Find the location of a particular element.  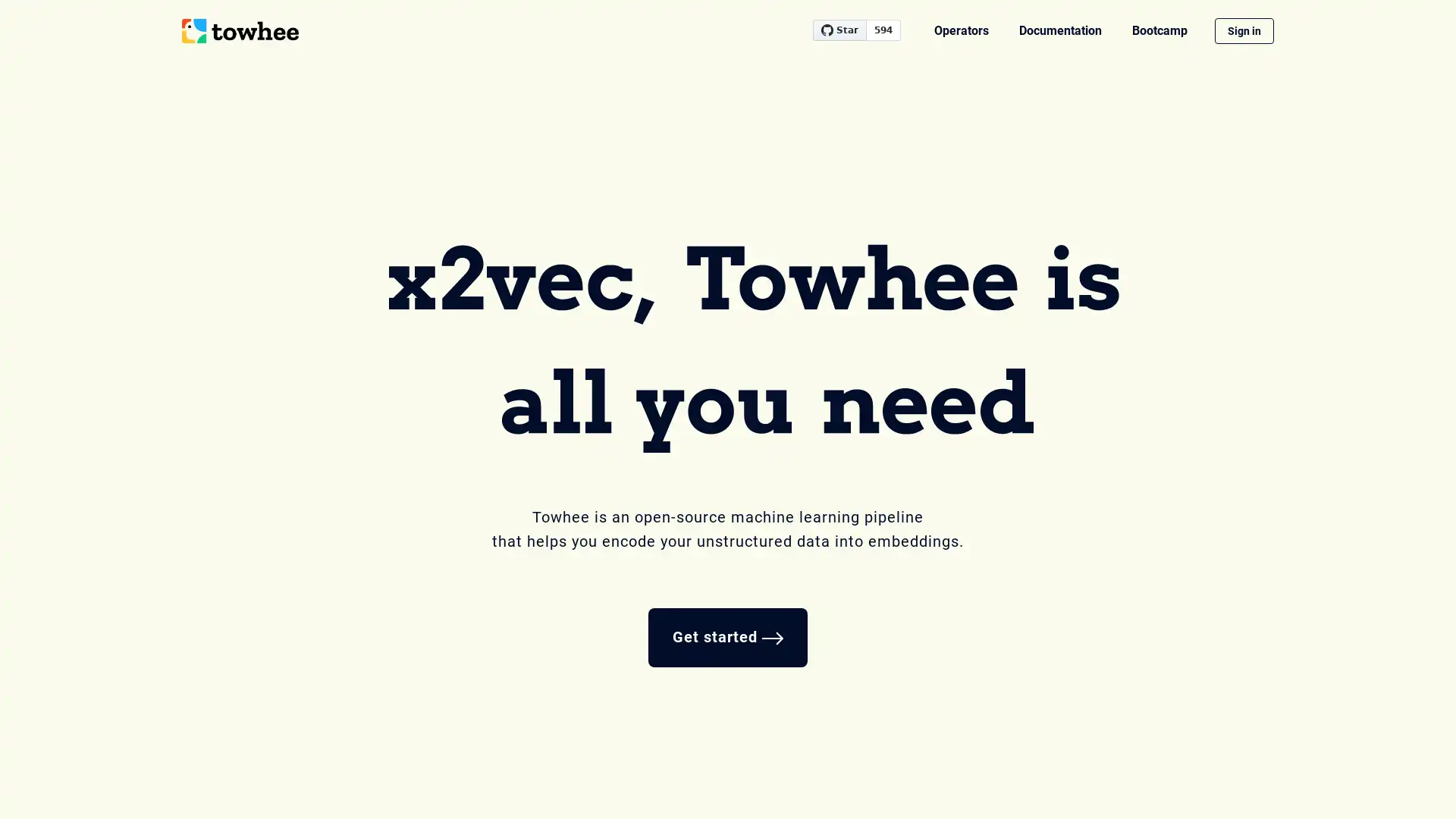

Get started is located at coordinates (728, 637).